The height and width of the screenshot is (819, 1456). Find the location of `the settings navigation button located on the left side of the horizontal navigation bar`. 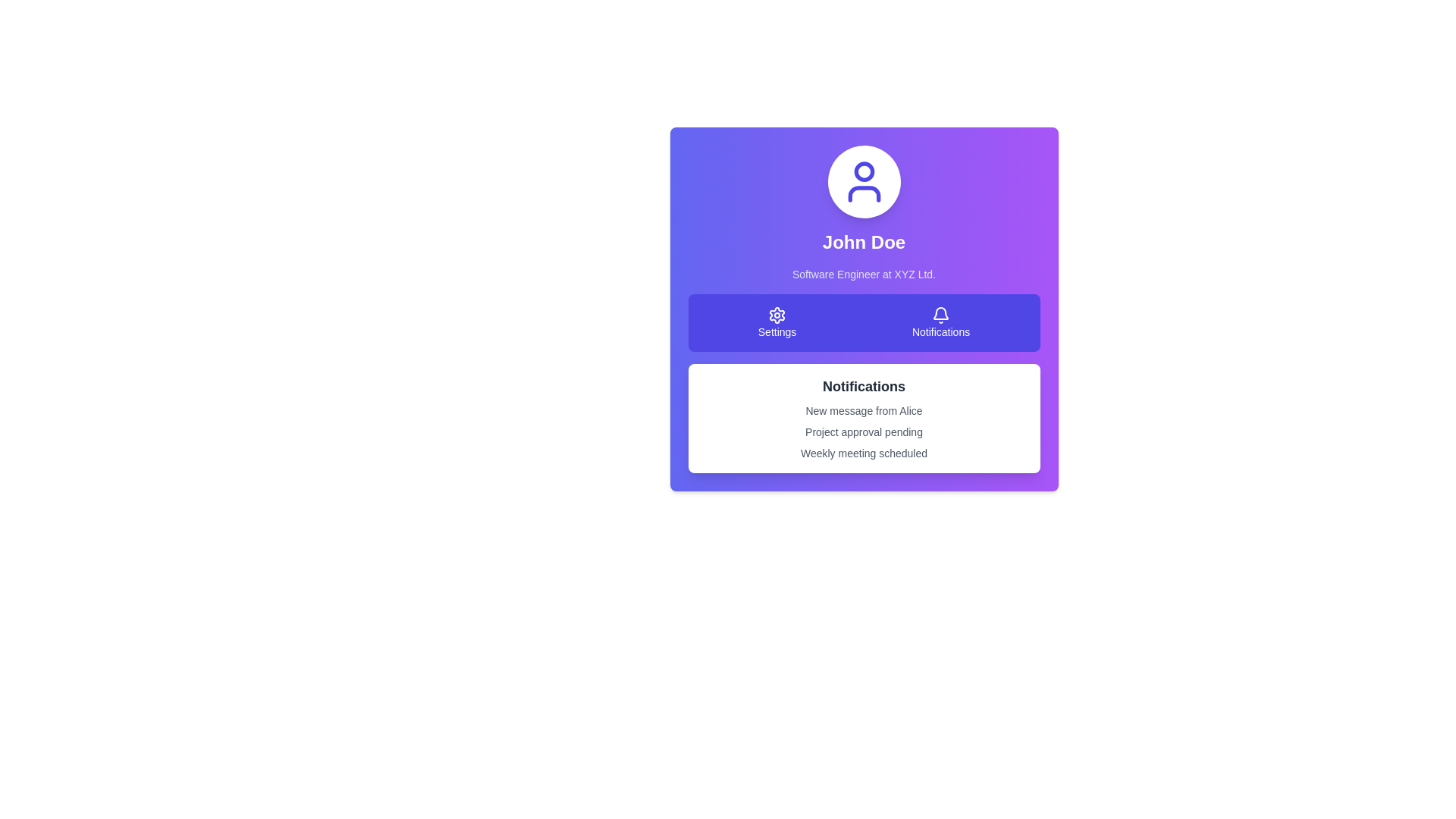

the settings navigation button located on the left side of the horizontal navigation bar is located at coordinates (777, 322).